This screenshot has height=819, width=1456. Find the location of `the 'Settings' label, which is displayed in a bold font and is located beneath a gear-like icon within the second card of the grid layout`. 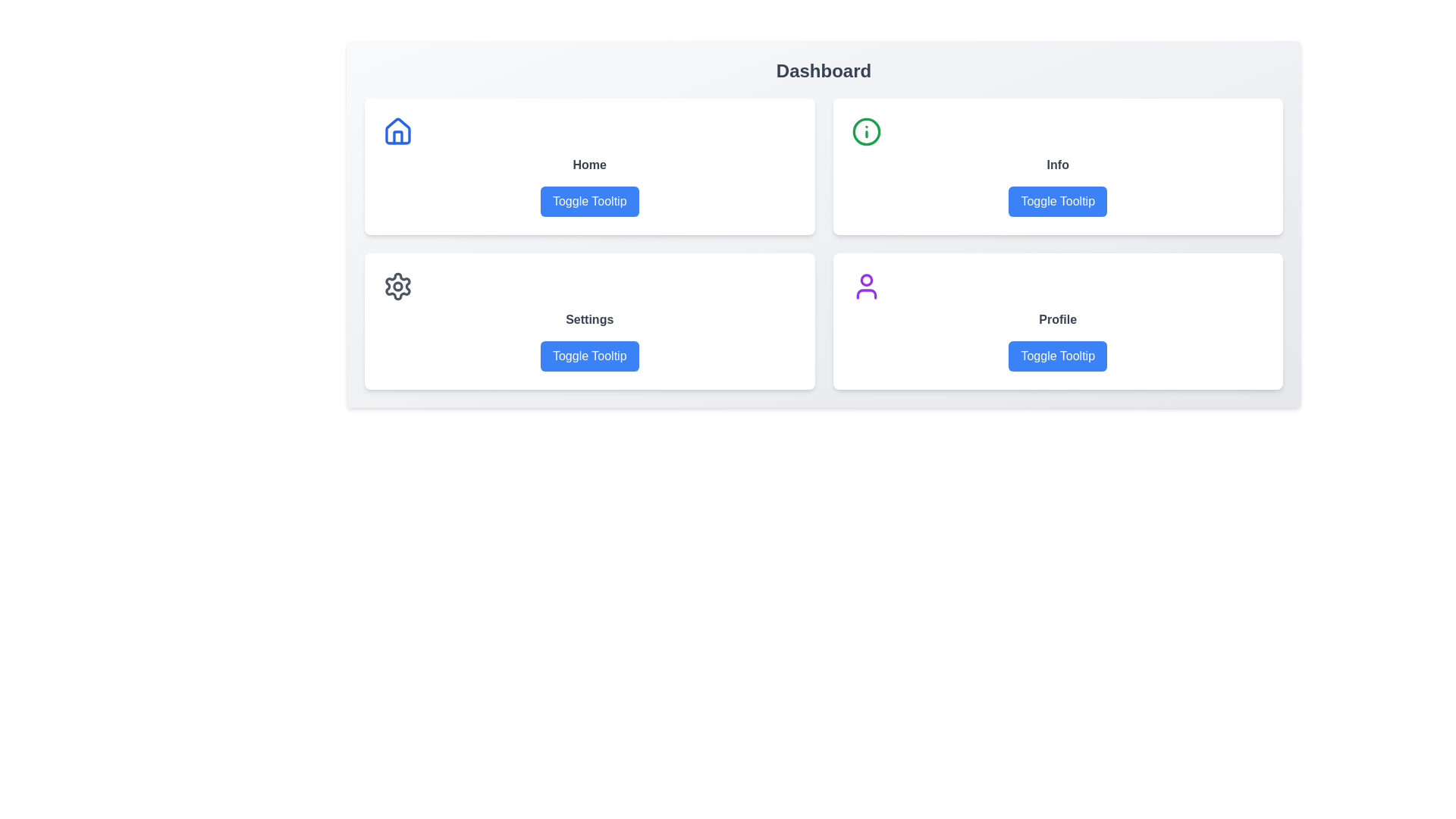

the 'Settings' label, which is displayed in a bold font and is located beneath a gear-like icon within the second card of the grid layout is located at coordinates (588, 318).